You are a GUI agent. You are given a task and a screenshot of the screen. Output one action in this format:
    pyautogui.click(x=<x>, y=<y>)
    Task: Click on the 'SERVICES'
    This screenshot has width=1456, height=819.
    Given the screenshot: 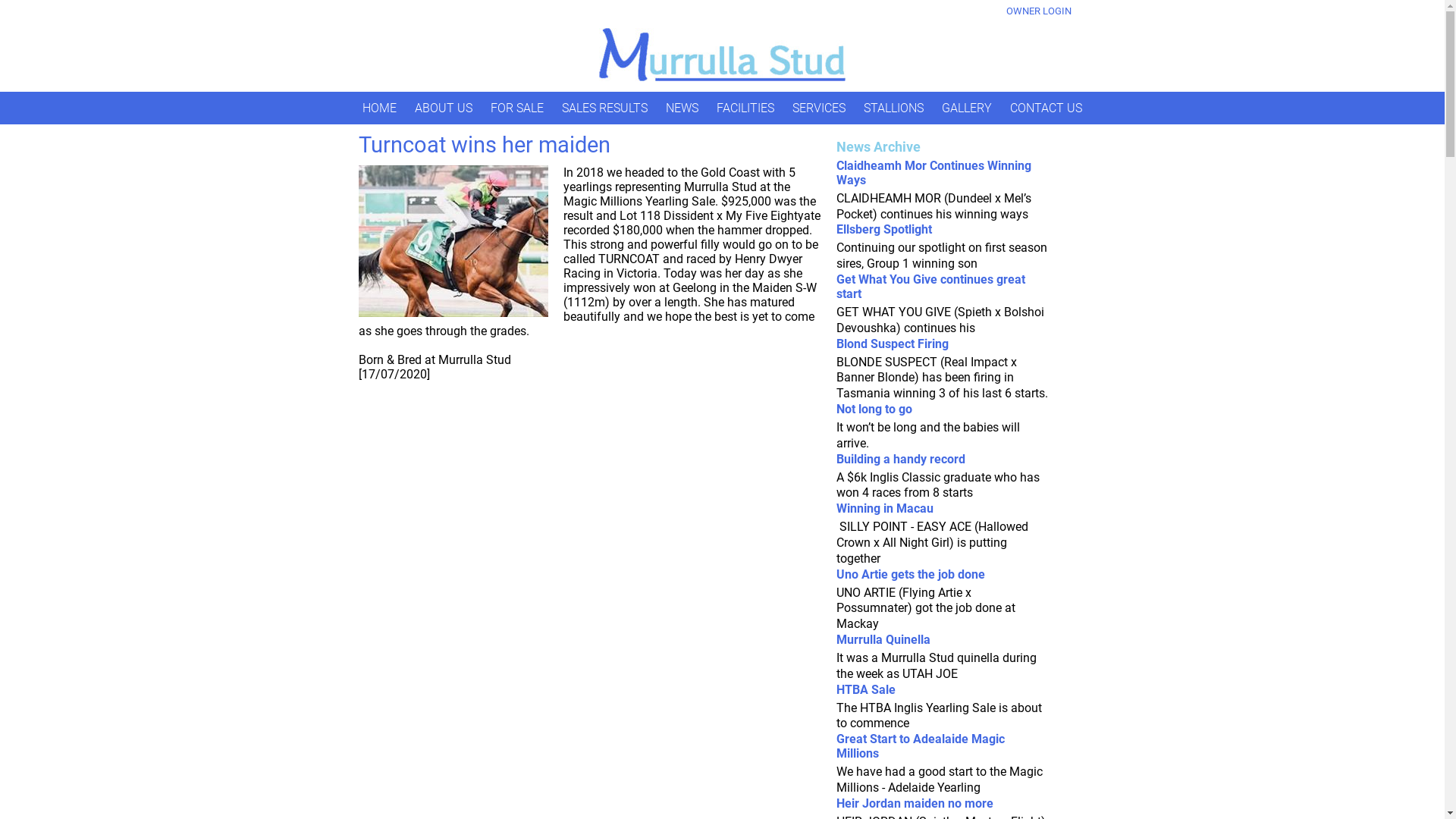 What is the action you would take?
    pyautogui.click(x=821, y=107)
    